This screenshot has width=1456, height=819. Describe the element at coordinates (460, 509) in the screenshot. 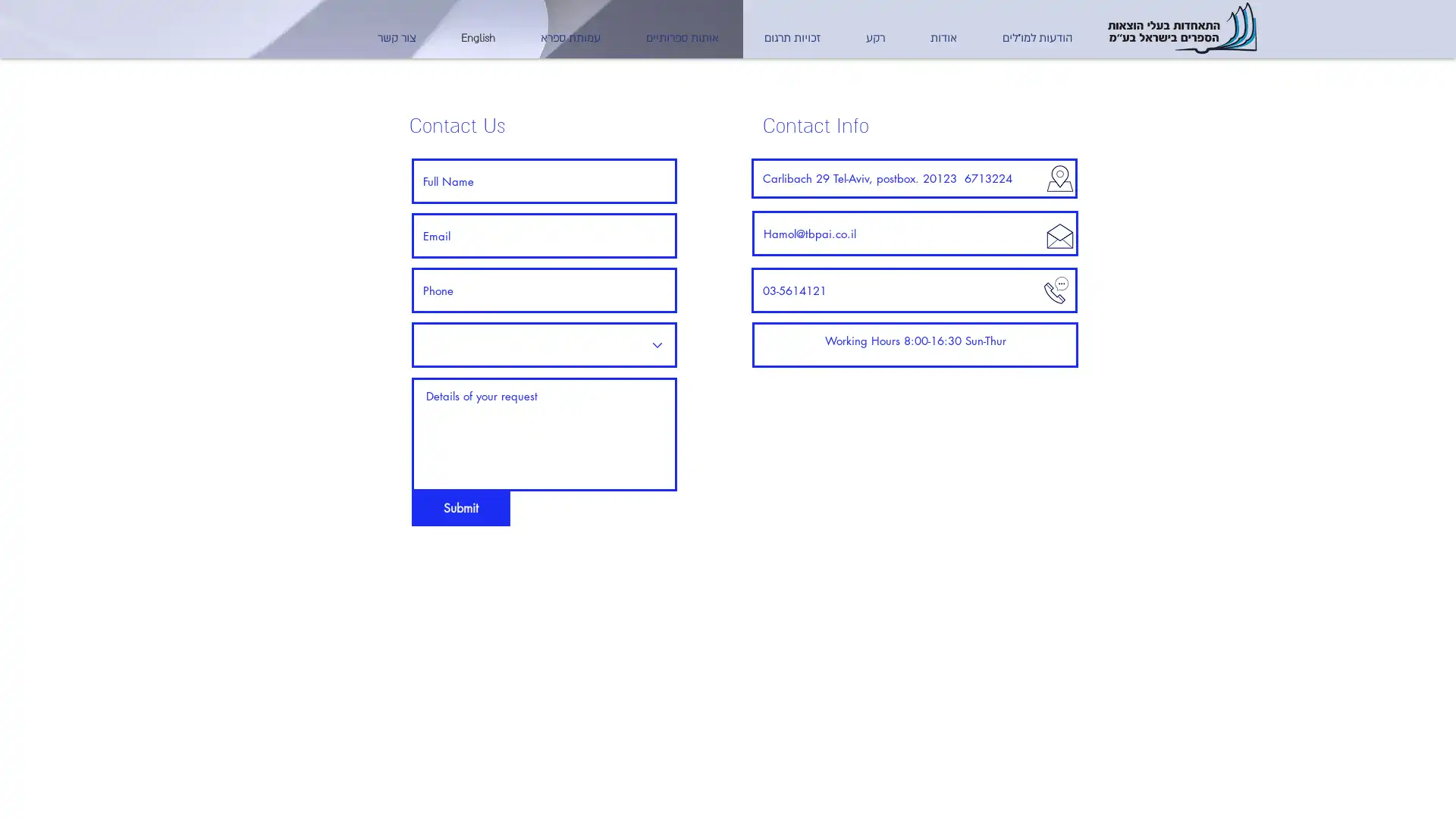

I see `Submit` at that location.